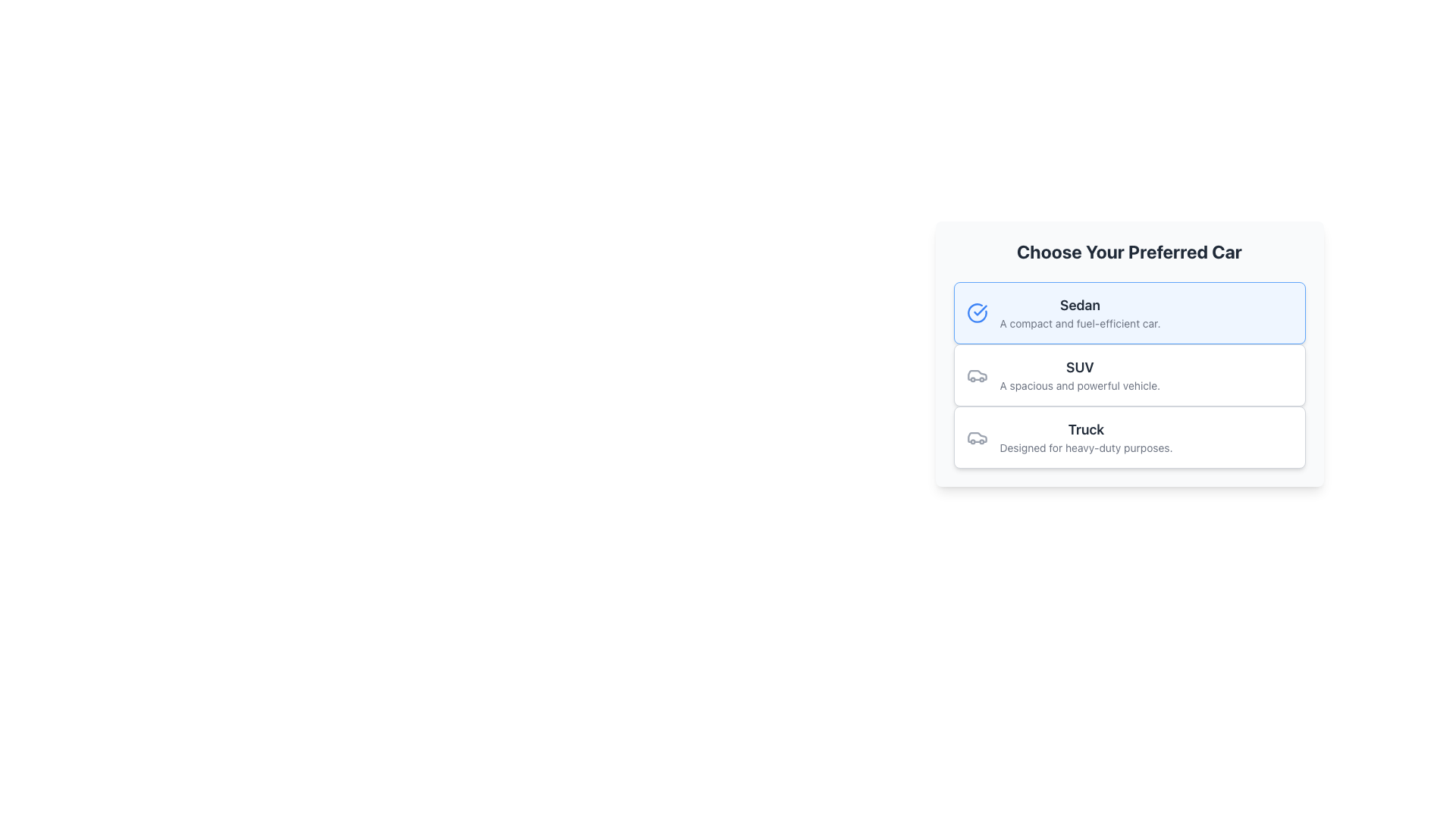 The width and height of the screenshot is (1456, 819). What do you see at coordinates (977, 312) in the screenshot?
I see `blue circular icon that represents the selected state within the 'Sedan' option for accessibility purposes` at bounding box center [977, 312].